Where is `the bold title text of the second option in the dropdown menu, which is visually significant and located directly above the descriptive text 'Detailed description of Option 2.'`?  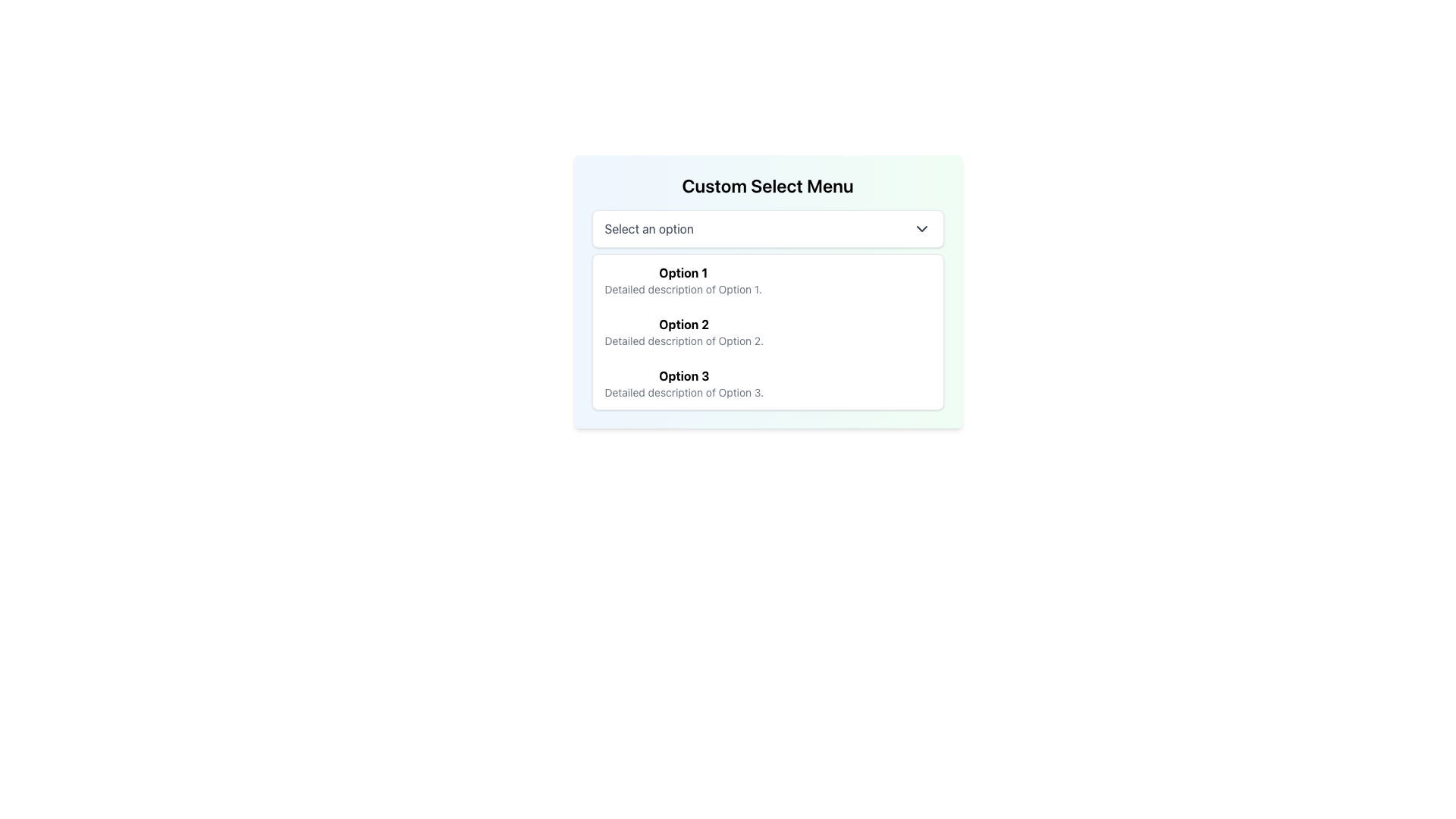
the bold title text of the second option in the dropdown menu, which is visually significant and located directly above the descriptive text 'Detailed description of Option 2.' is located at coordinates (683, 324).